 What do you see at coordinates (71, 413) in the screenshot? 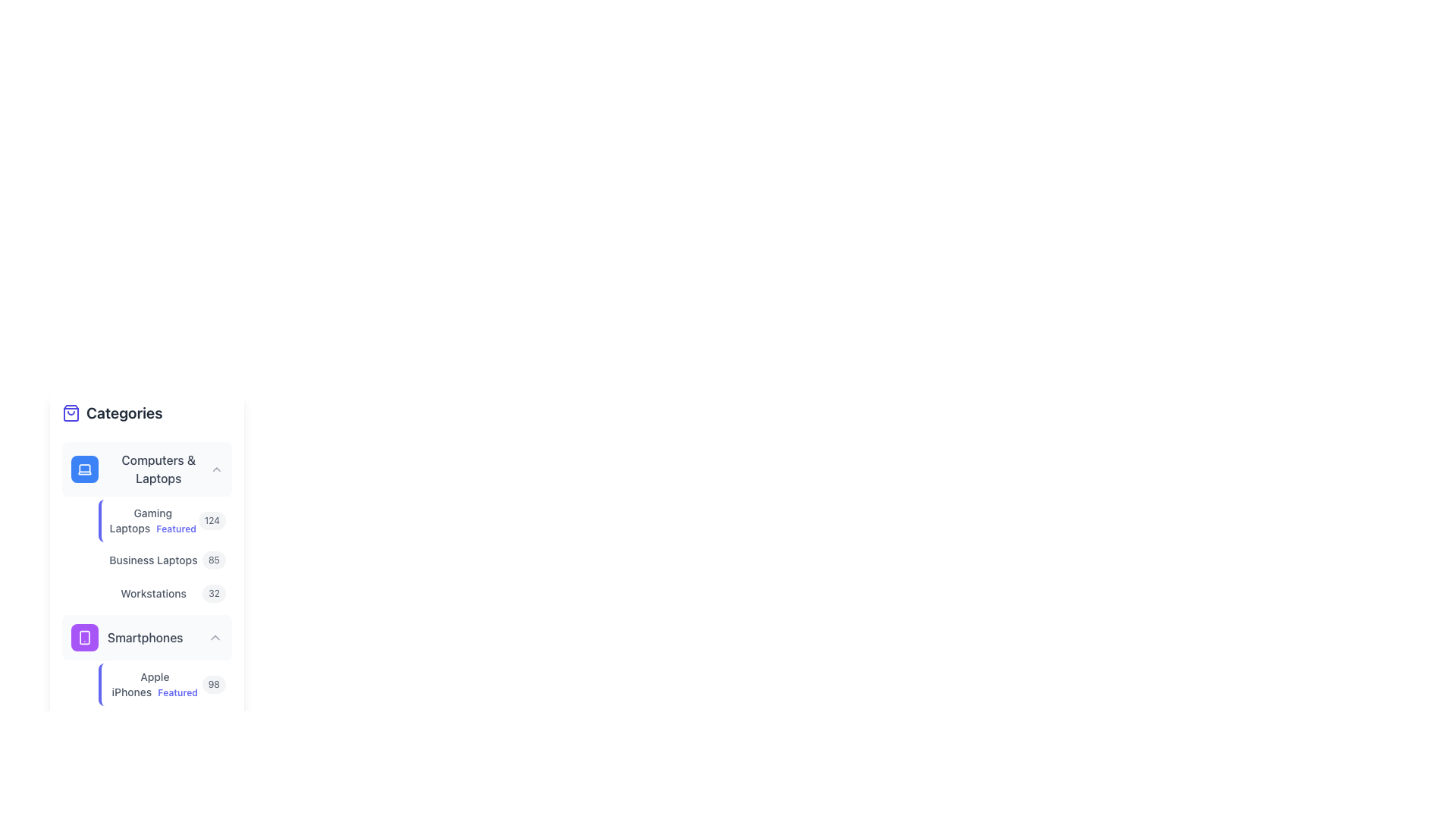
I see `the shopping categories icon located on the left side of the 'Categories' section, which is the first element in a horizontal arrangement, adjacent to the text label 'Categories'` at bounding box center [71, 413].